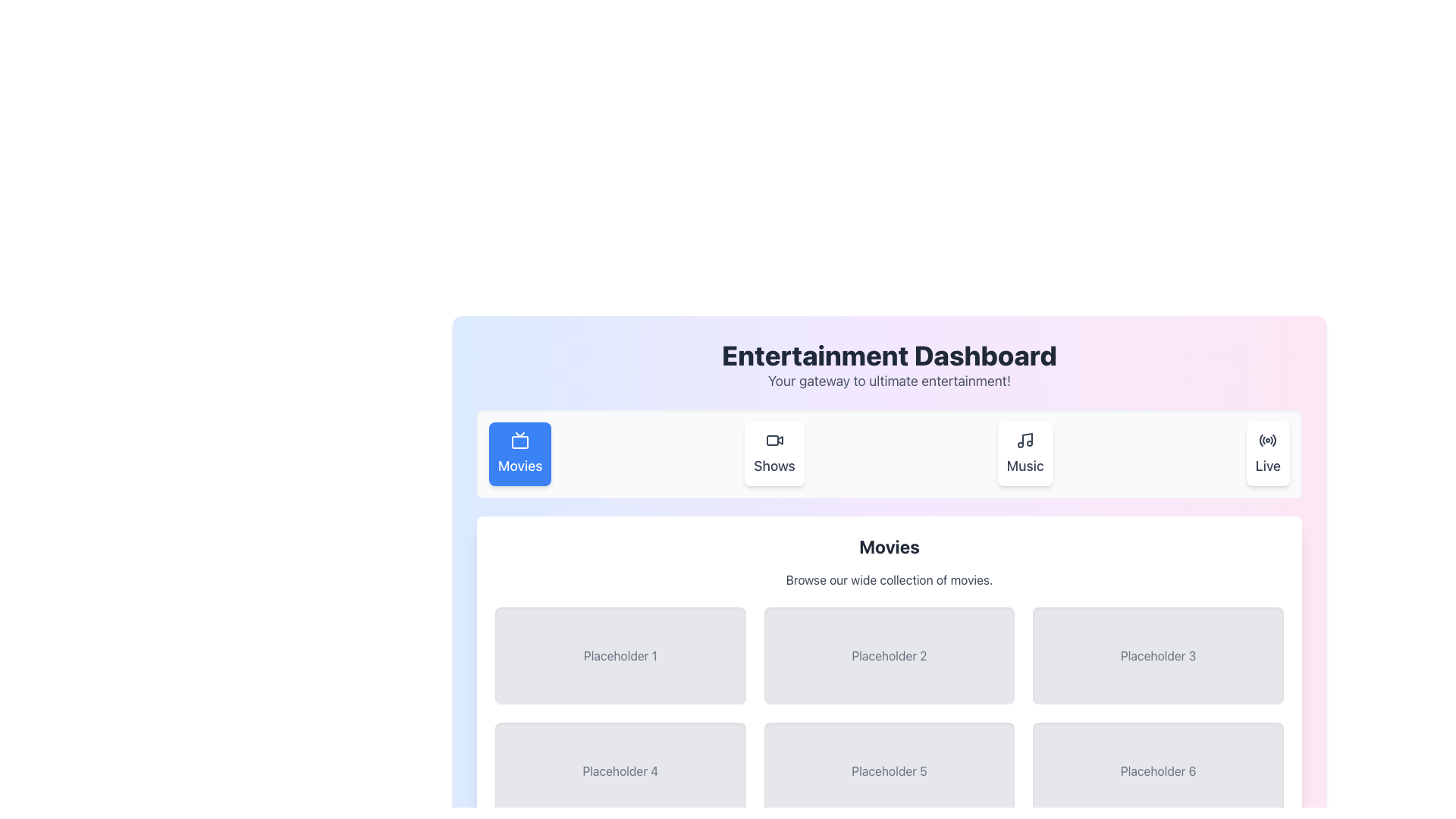 The width and height of the screenshot is (1456, 819). What do you see at coordinates (889, 579) in the screenshot?
I see `the text component displaying 'Browse our wide collection of movies.' which is centered under the 'Movies' header` at bounding box center [889, 579].